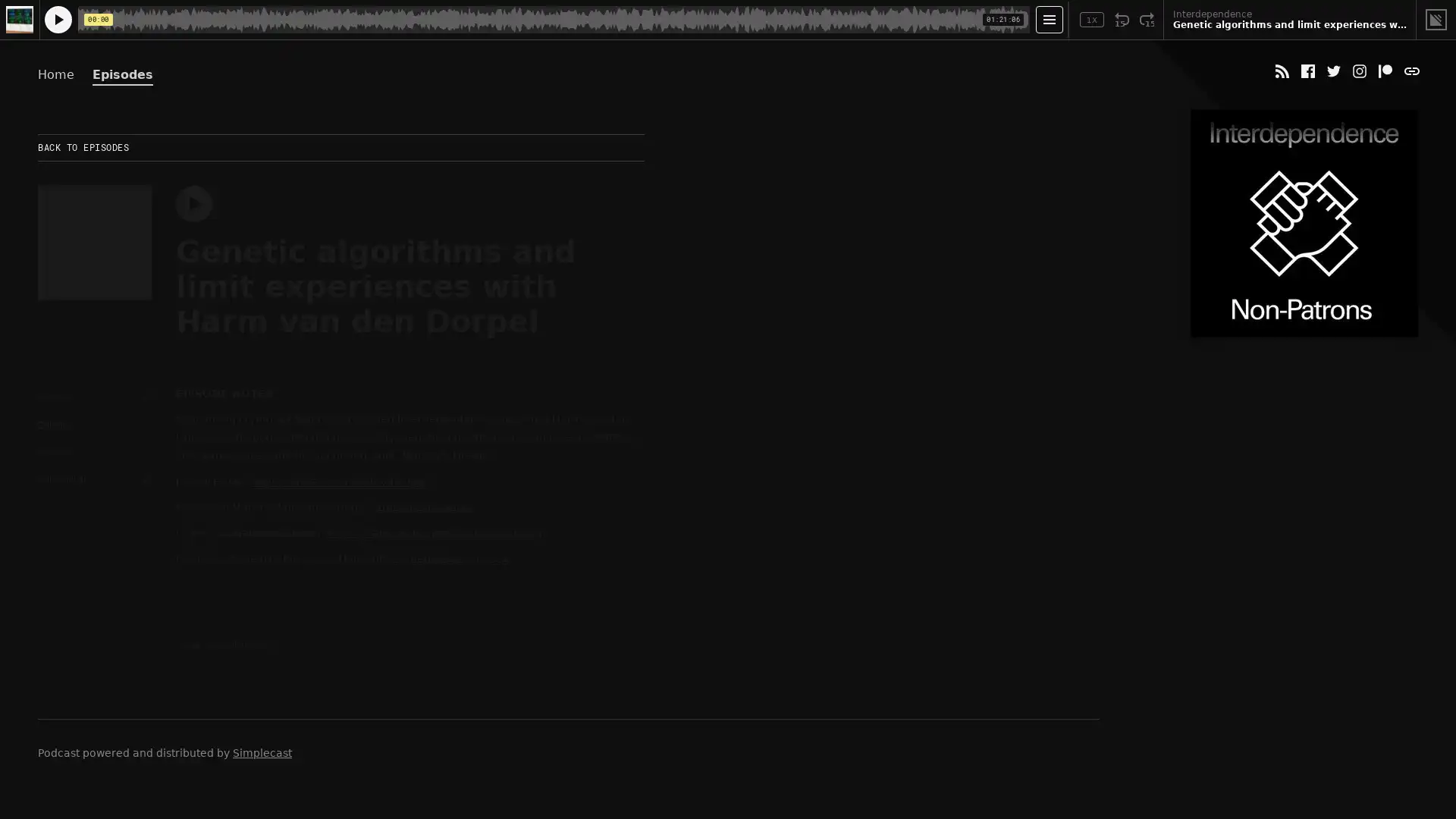 This screenshot has height=819, width=1456. I want to click on Fast Forward 15 Seconds, so click(1147, 20).